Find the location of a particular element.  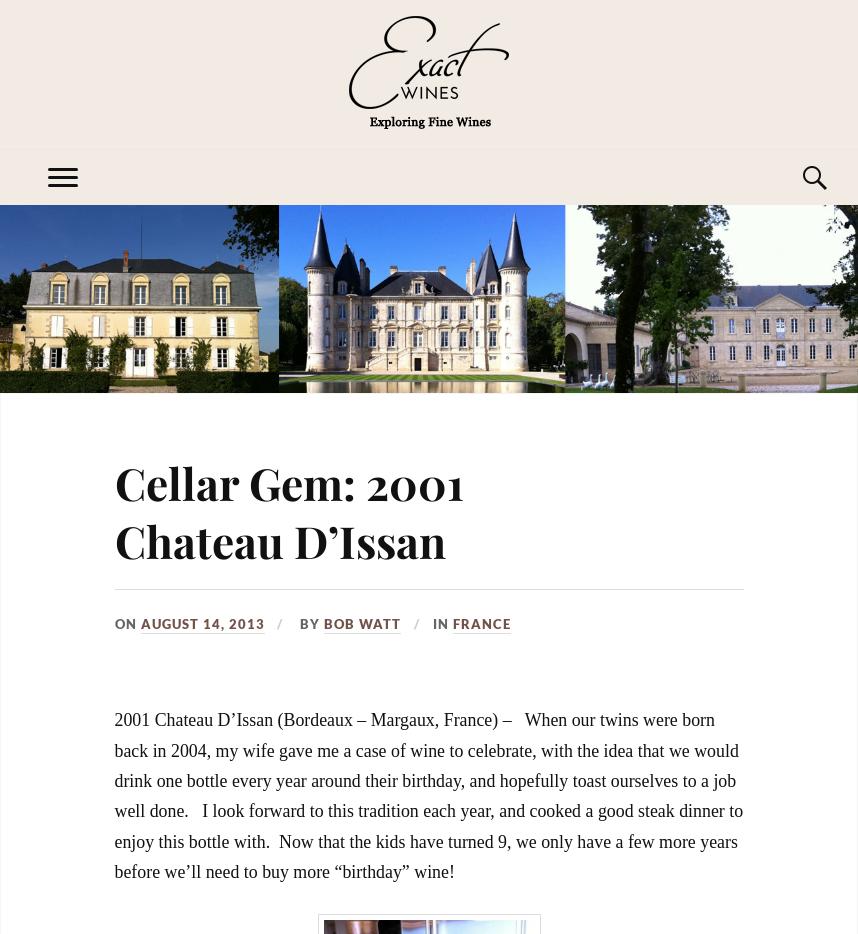

'August 14, 2013' is located at coordinates (139, 622).